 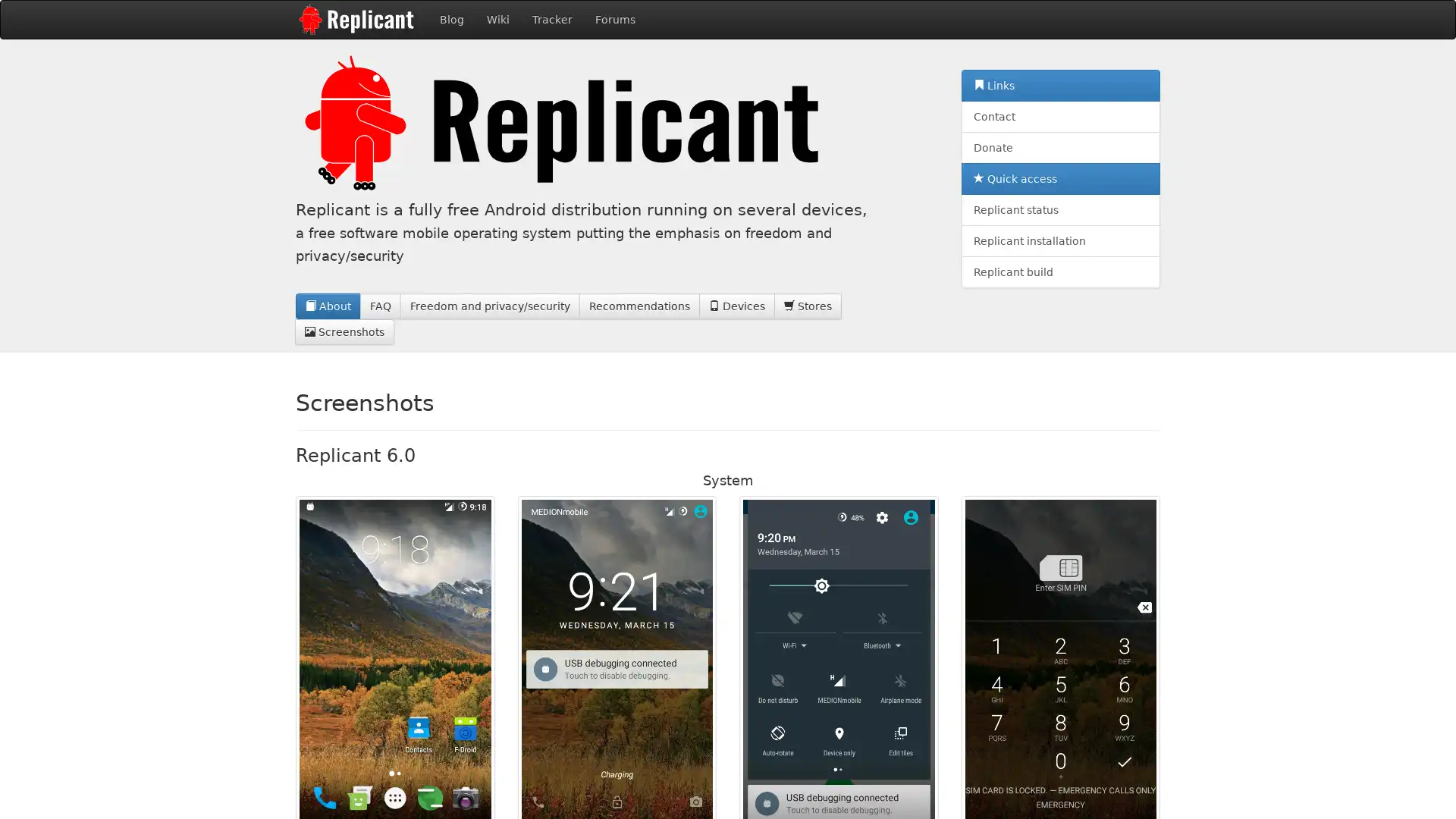 What do you see at coordinates (639, 306) in the screenshot?
I see `Recommendations` at bounding box center [639, 306].